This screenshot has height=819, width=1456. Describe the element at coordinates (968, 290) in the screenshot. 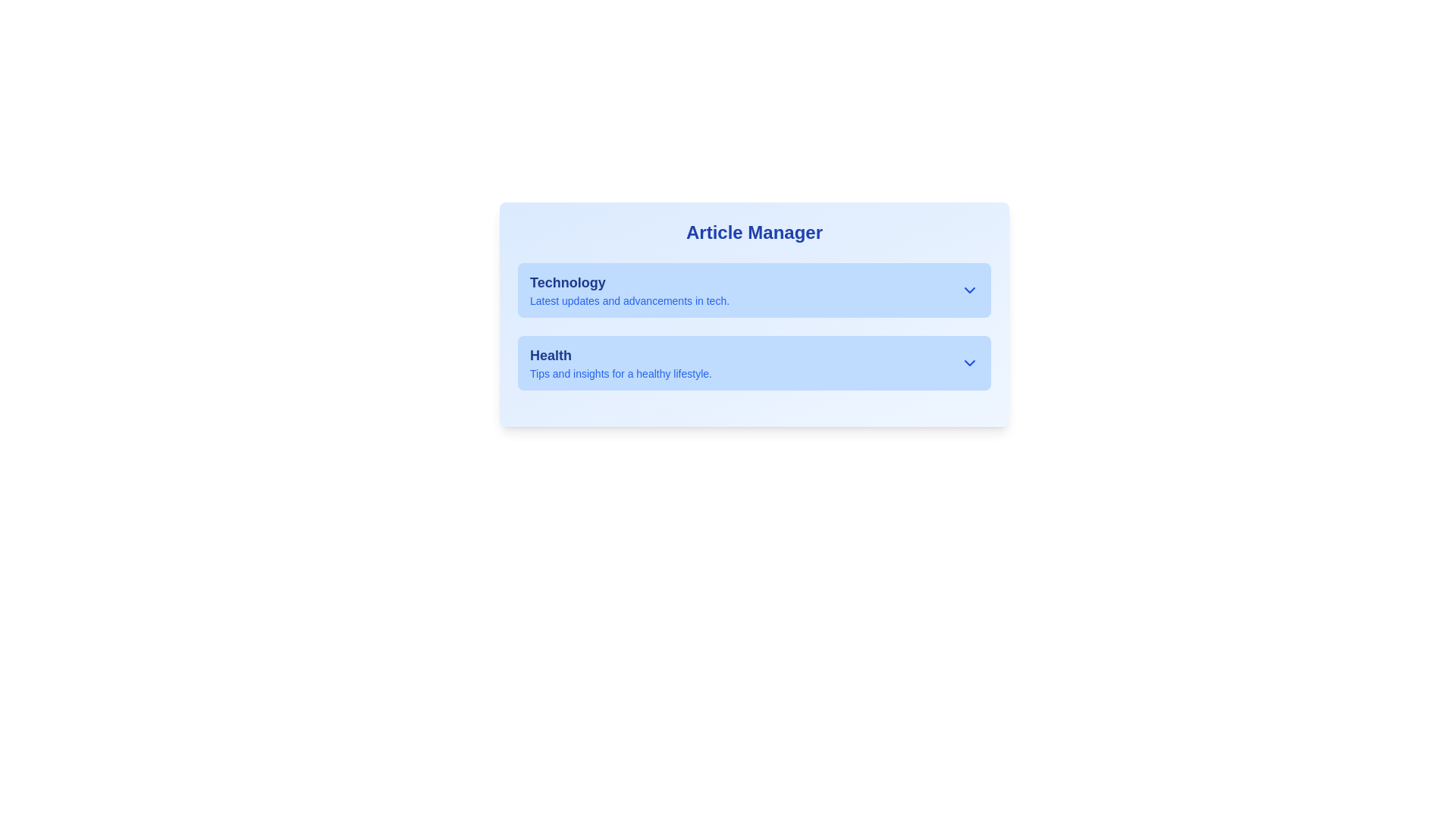

I see `the toggle icon located at the top-right corner of the 'Technology' section` at that location.